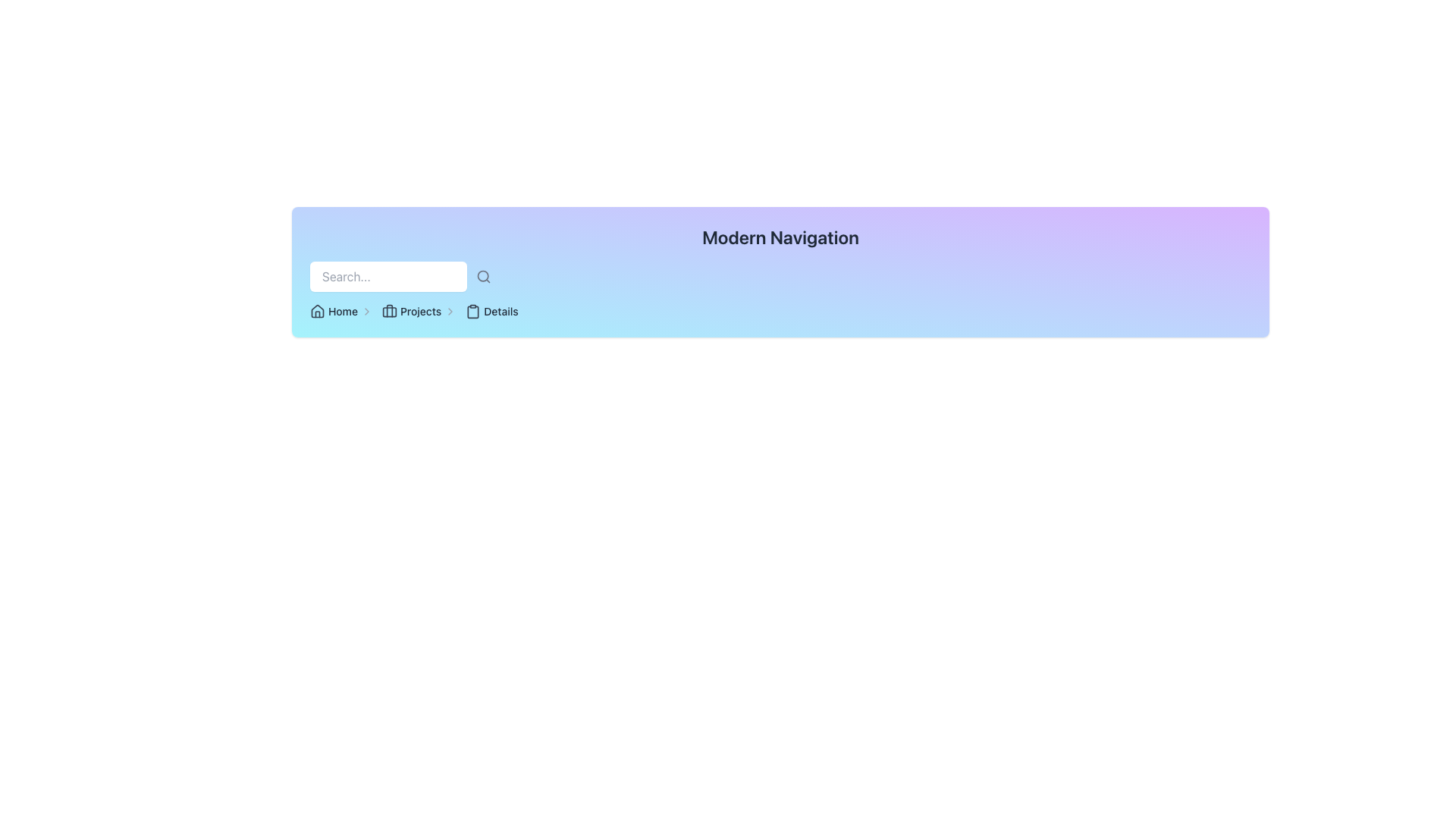 Image resolution: width=1456 pixels, height=819 pixels. Describe the element at coordinates (491, 311) in the screenshot. I see `the Breadcrumb navigation item labeled 'Details' which is styled with a gray clipboard icon and dark gray text` at that location.